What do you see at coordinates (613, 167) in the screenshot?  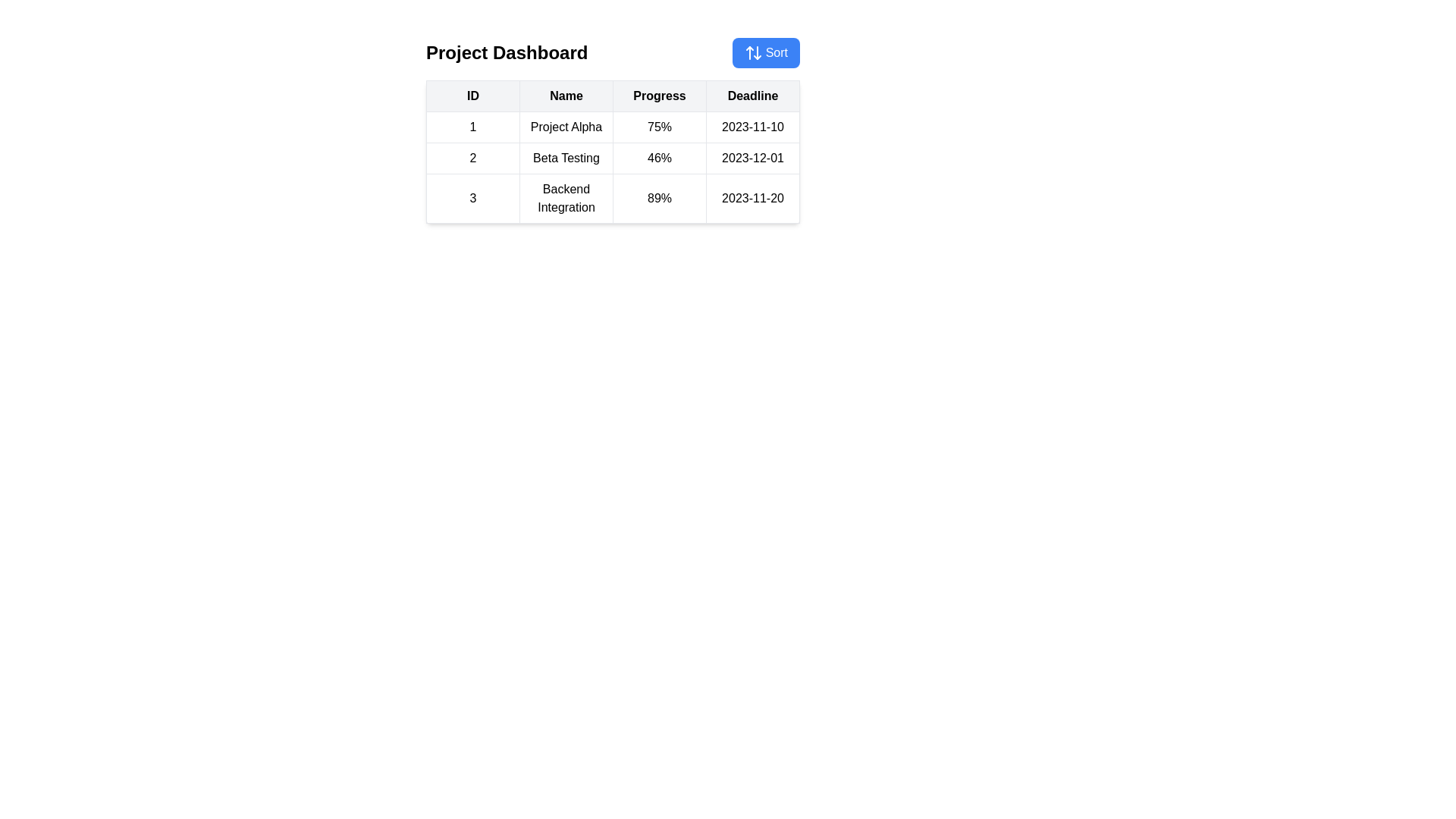 I see `the second row of the project entry table that displays the summary of key details such as name, progress, and deadline` at bounding box center [613, 167].